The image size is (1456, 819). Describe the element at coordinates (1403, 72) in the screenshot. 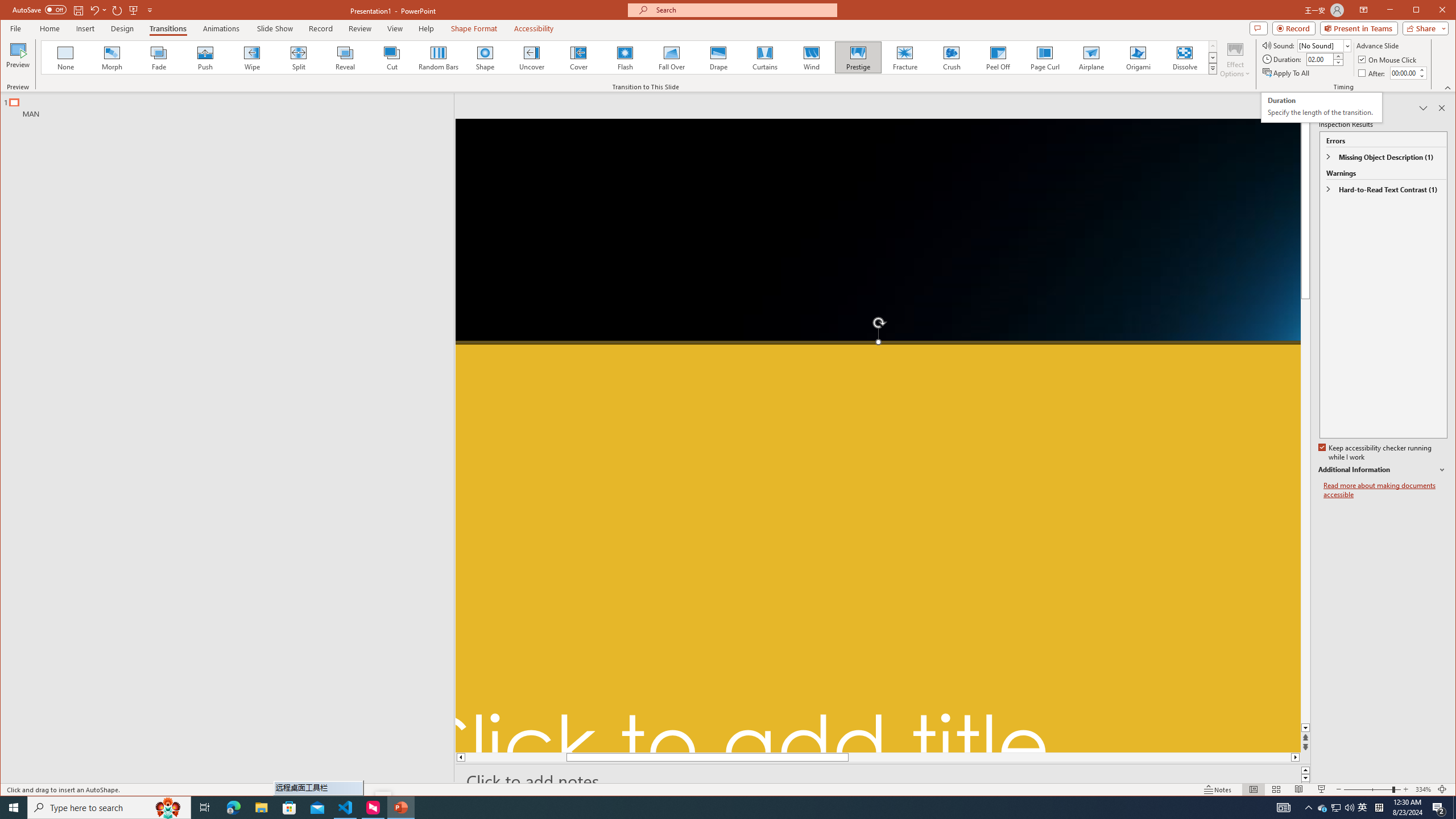

I see `'After'` at that location.